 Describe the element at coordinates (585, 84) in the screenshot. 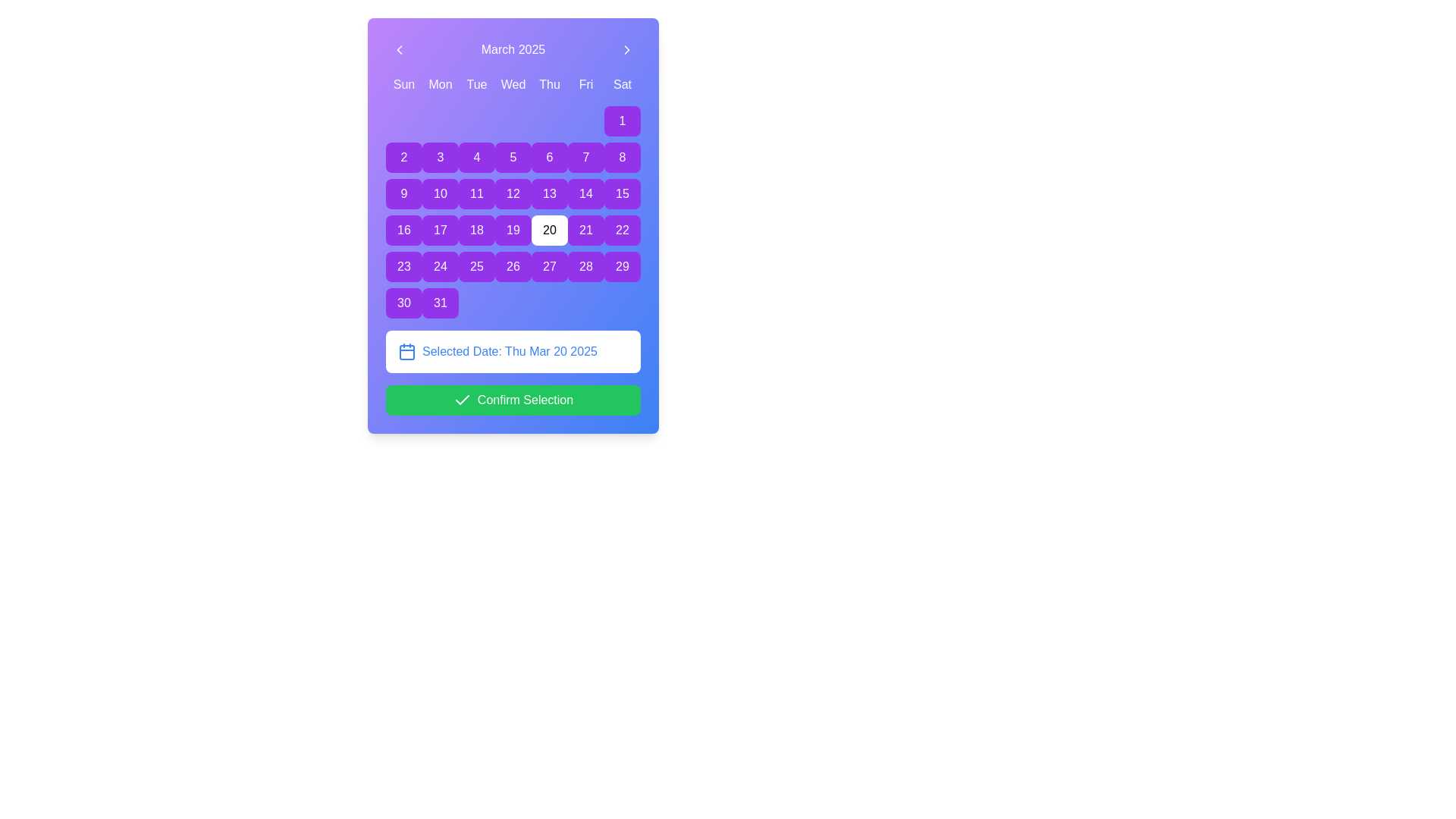

I see `the text label indicating 'Friday' in the calendar's weekday header, which is the sixth element in the sequence of weekday abbreviations` at that location.